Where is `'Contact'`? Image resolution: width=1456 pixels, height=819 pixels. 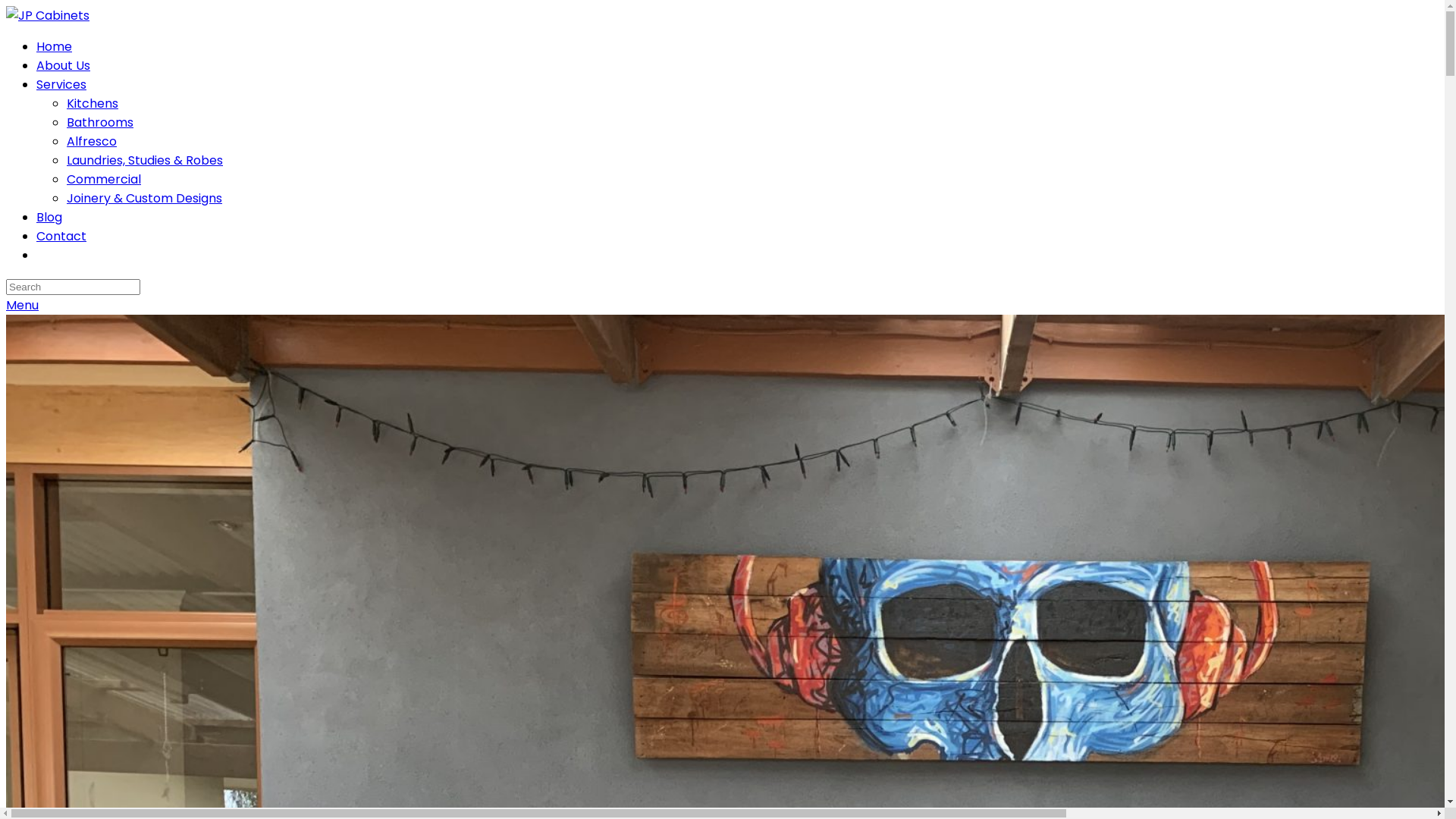 'Contact' is located at coordinates (36, 236).